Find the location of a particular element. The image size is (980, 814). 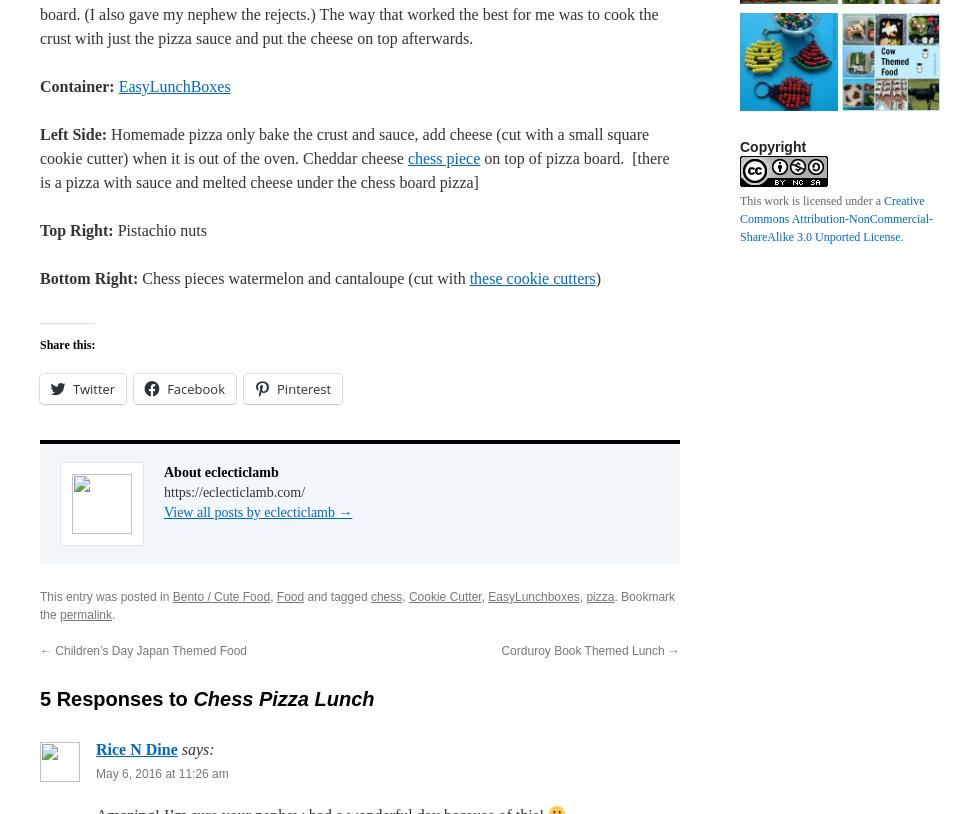

'Creative Commons Attribution-NonCommercial-ShareAlike 3.0 Unported License' is located at coordinates (836, 218).